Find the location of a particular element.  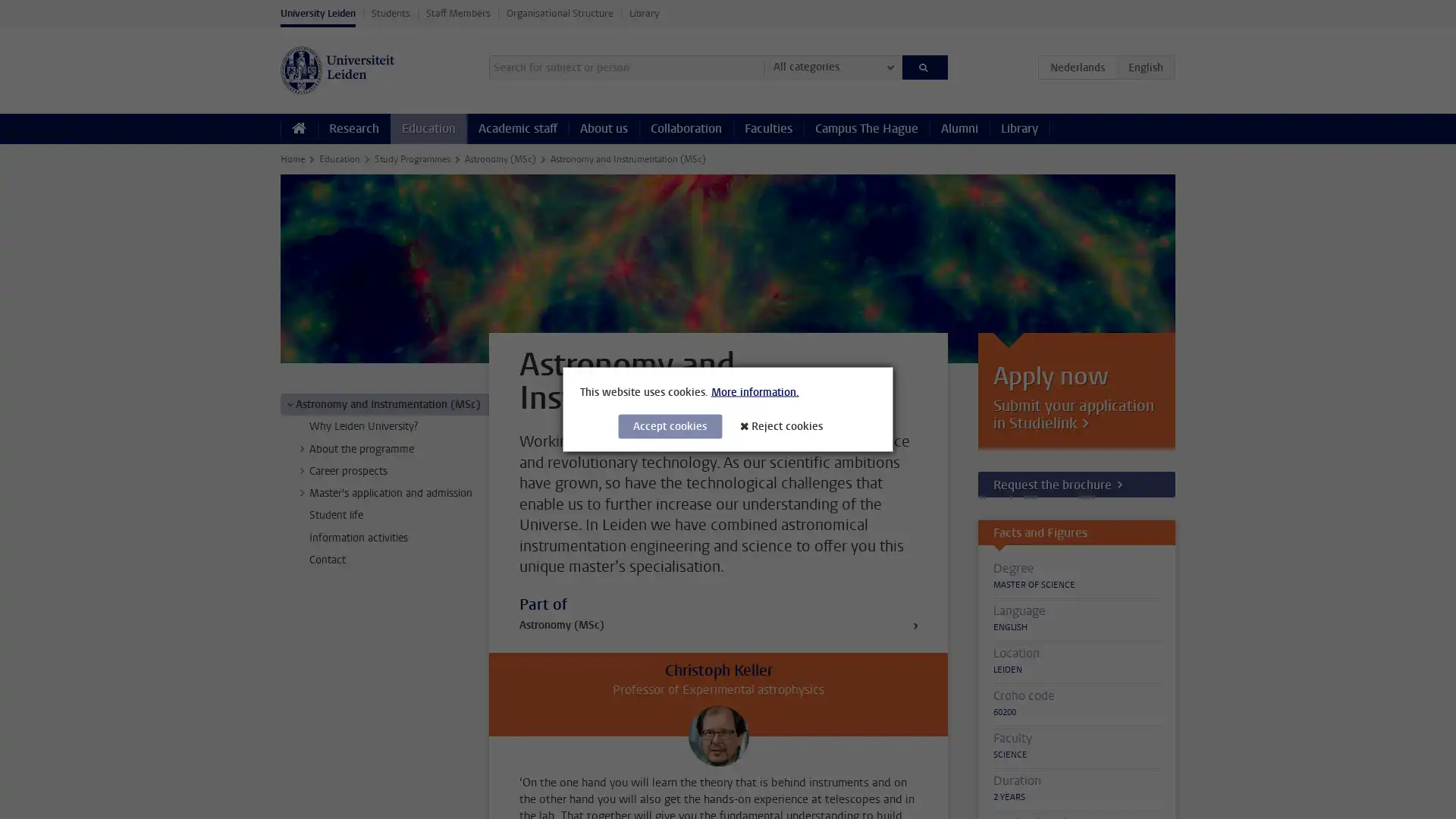

Accept cookies is located at coordinates (669, 426).